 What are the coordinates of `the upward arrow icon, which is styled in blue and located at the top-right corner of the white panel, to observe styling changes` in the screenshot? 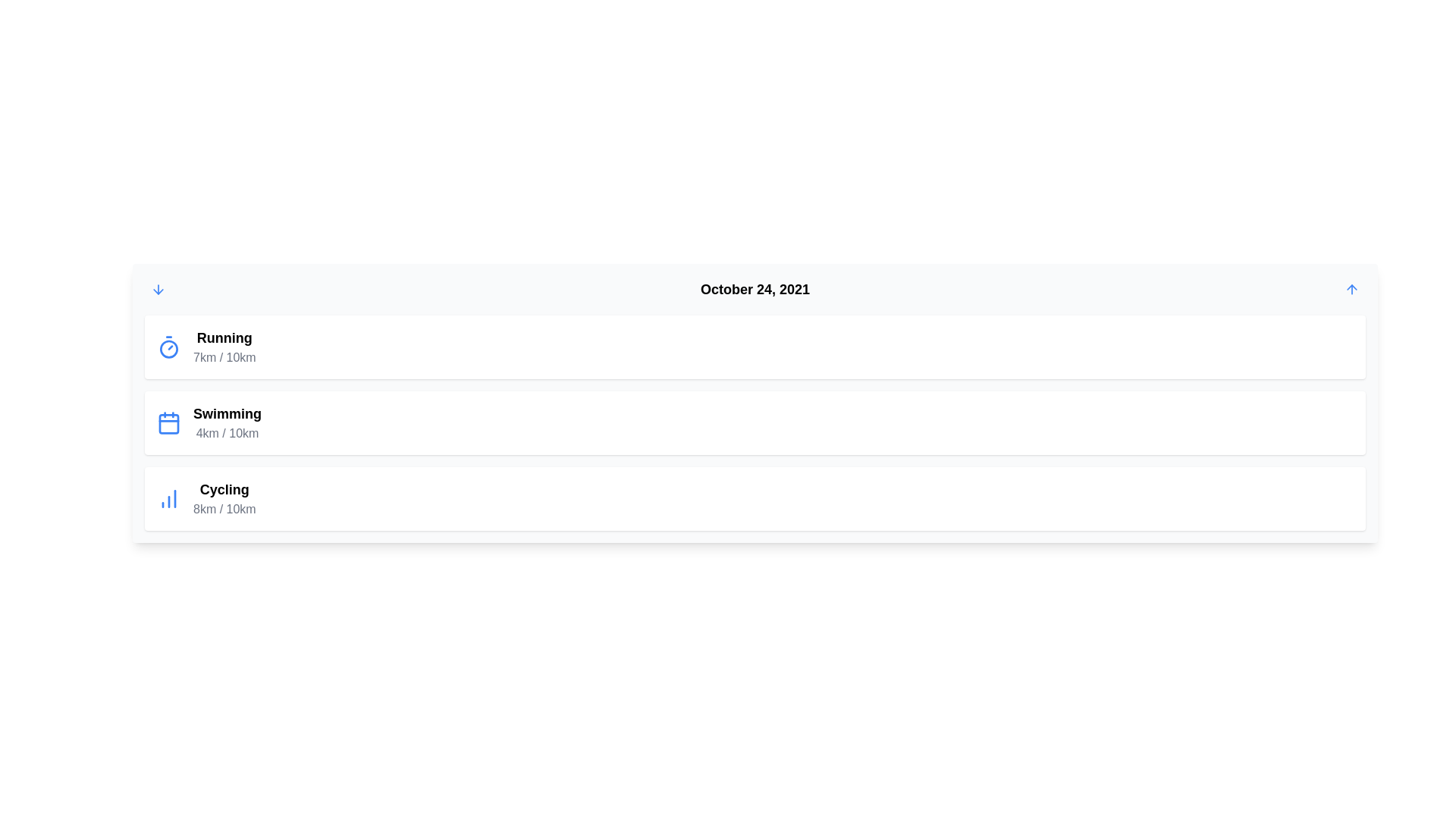 It's located at (1351, 289).